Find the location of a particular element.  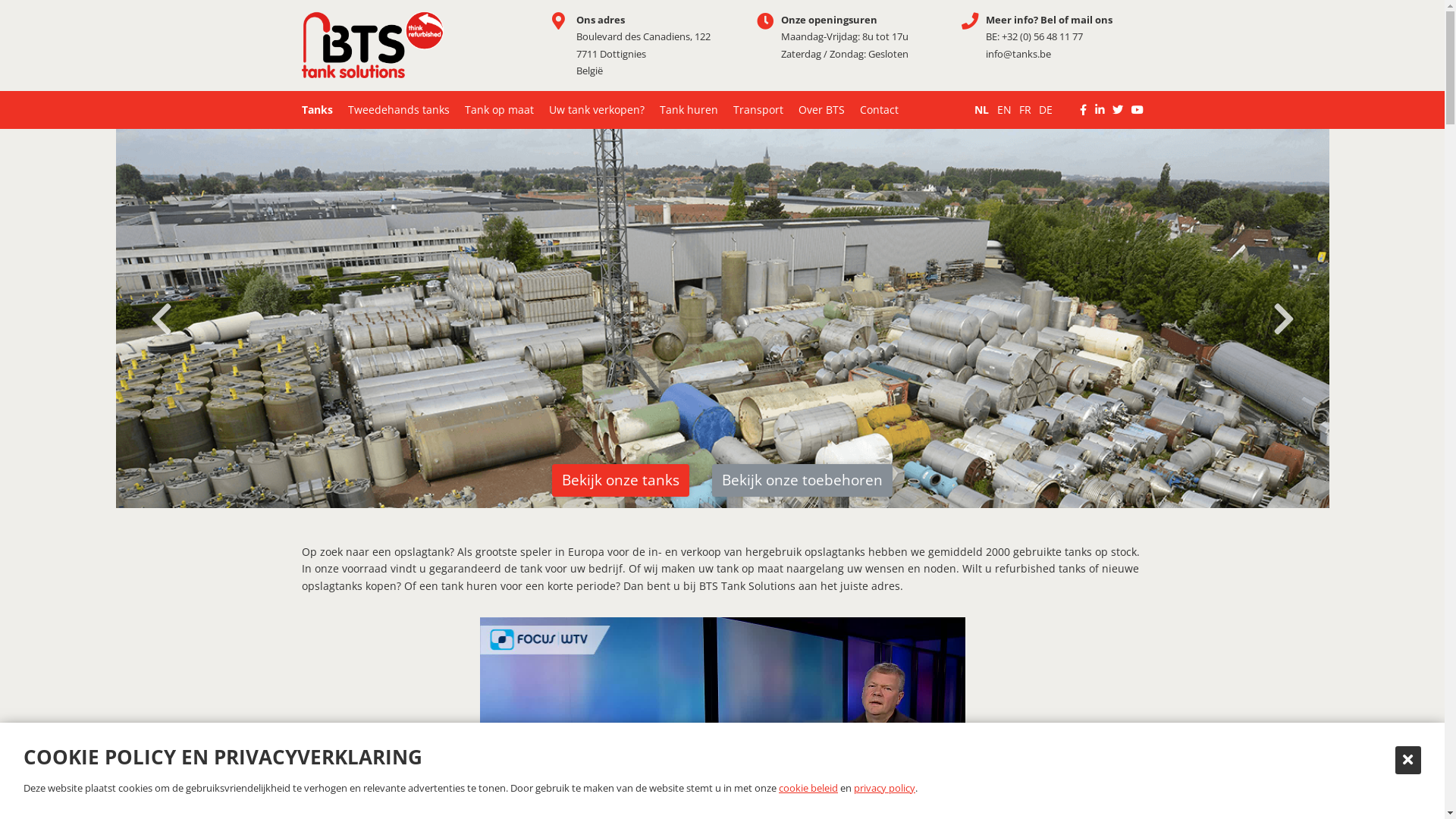

'Next' is located at coordinates (1282, 318).